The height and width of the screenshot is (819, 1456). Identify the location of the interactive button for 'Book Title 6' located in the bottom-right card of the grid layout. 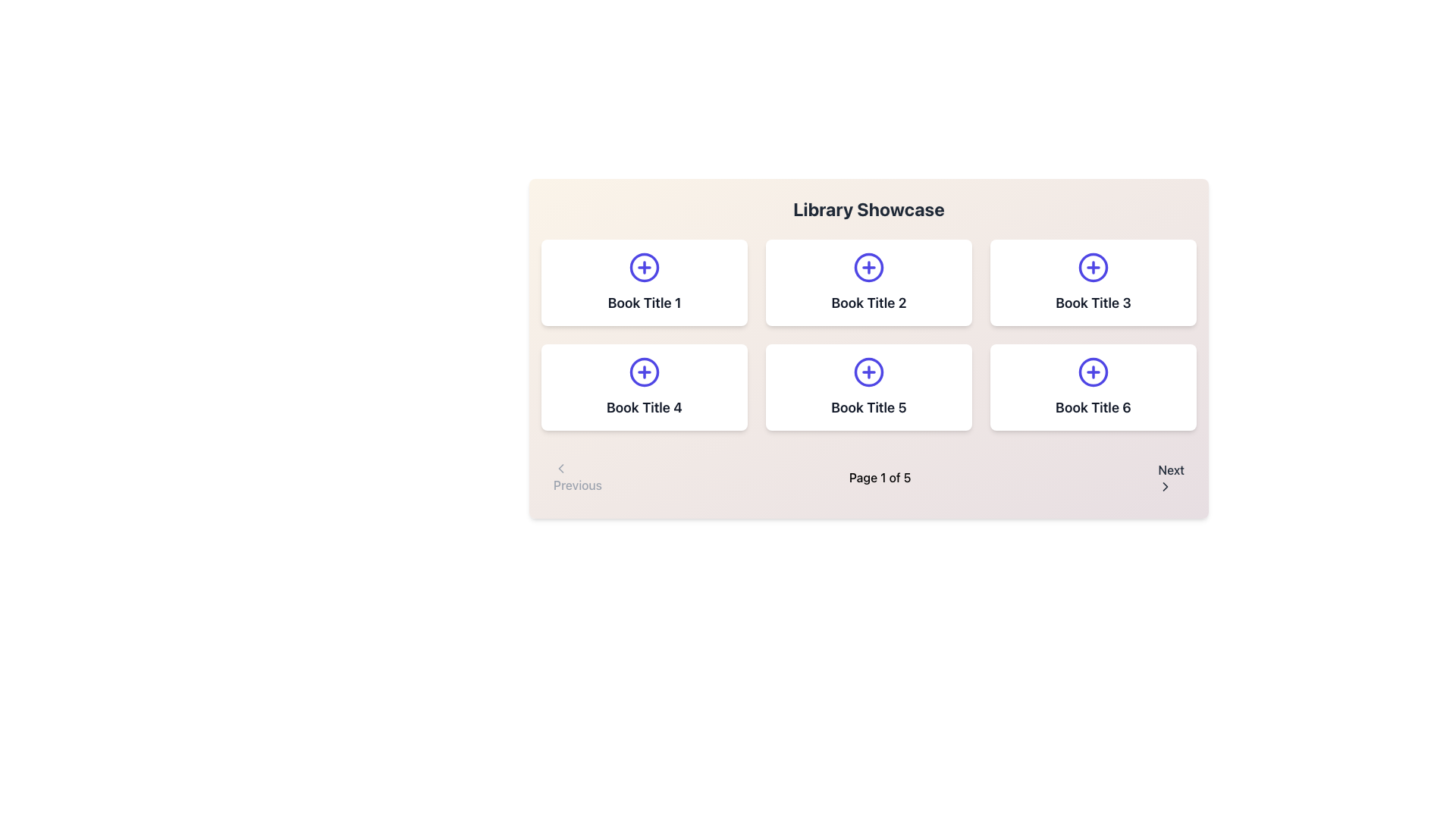
(1093, 372).